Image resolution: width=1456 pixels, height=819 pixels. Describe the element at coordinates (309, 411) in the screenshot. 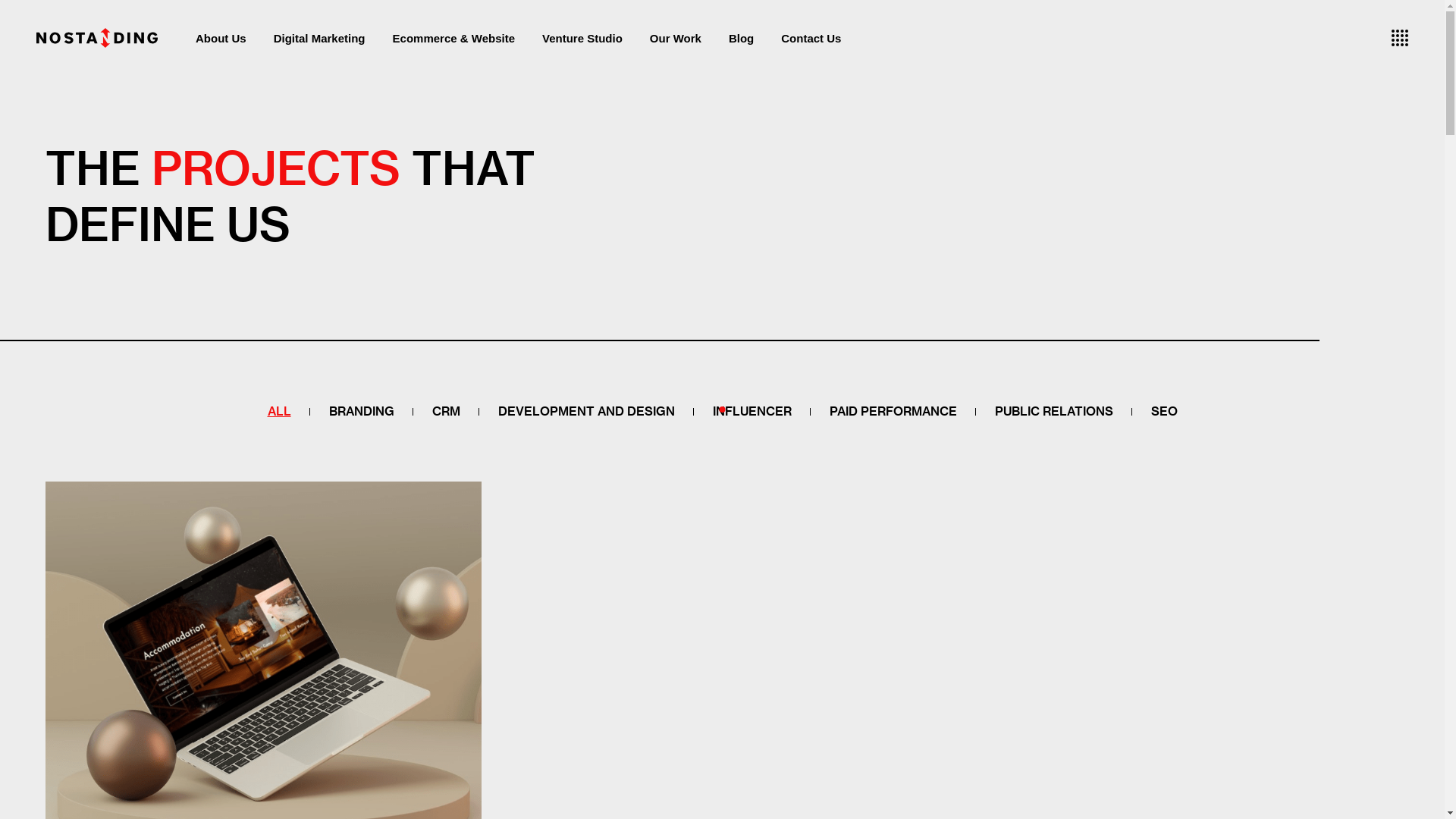

I see `'BRANDING'` at that location.